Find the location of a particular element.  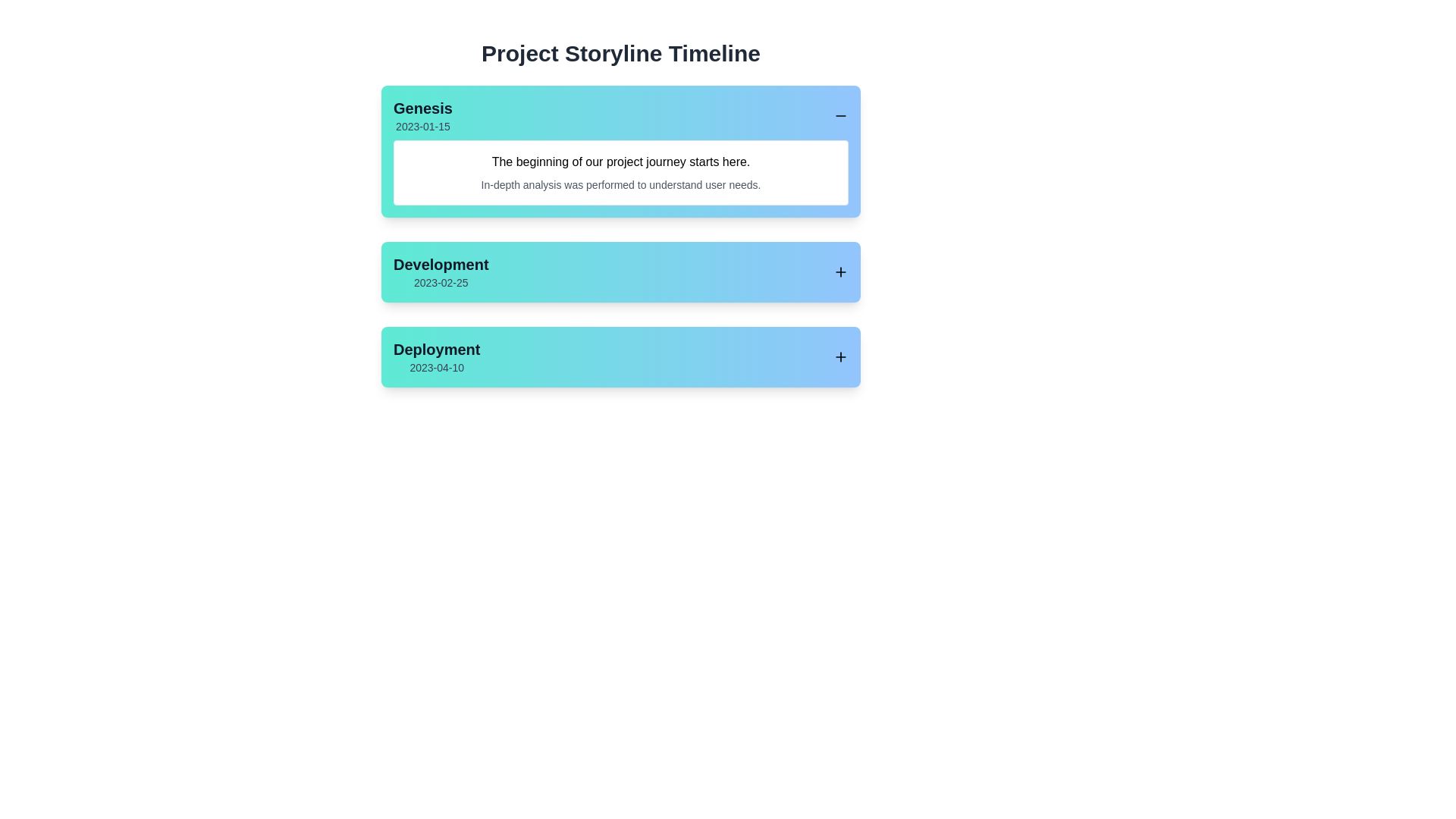

the timeline event label 'Development' which displays the date '2023-02-25', located in the middle card of a vertical stack in the timeline layout is located at coordinates (440, 271).